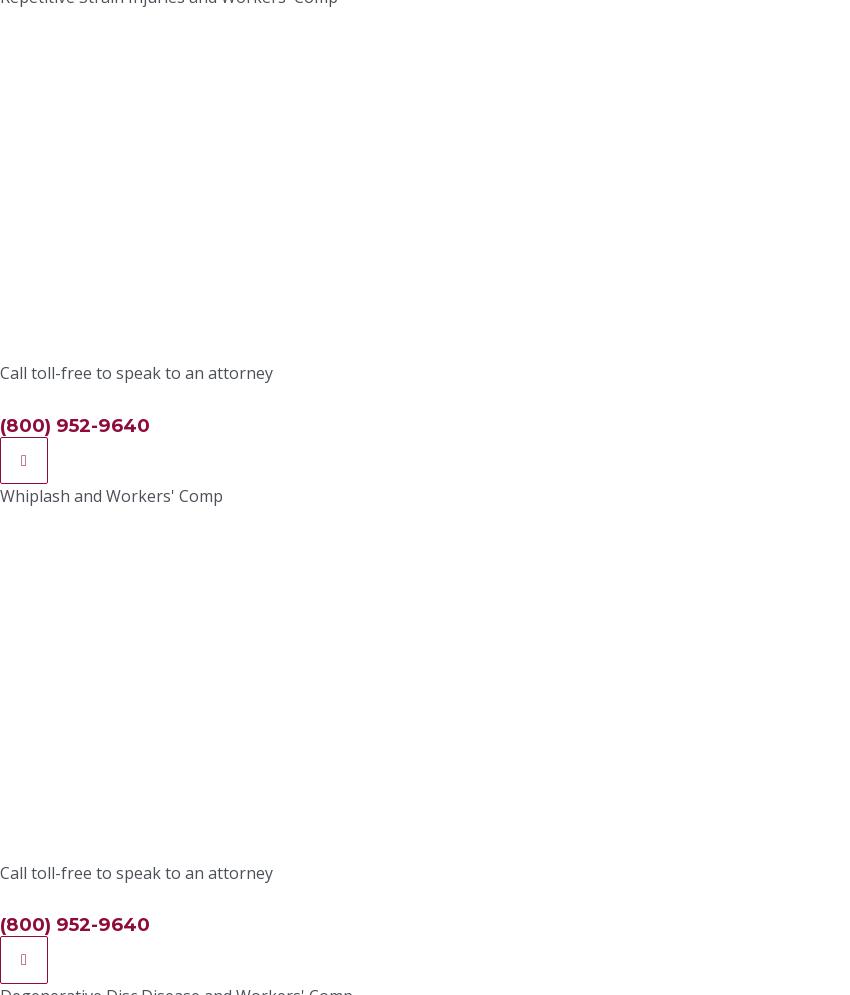  I want to click on 'Injuries Caused By Defective Products', so click(235, 311).